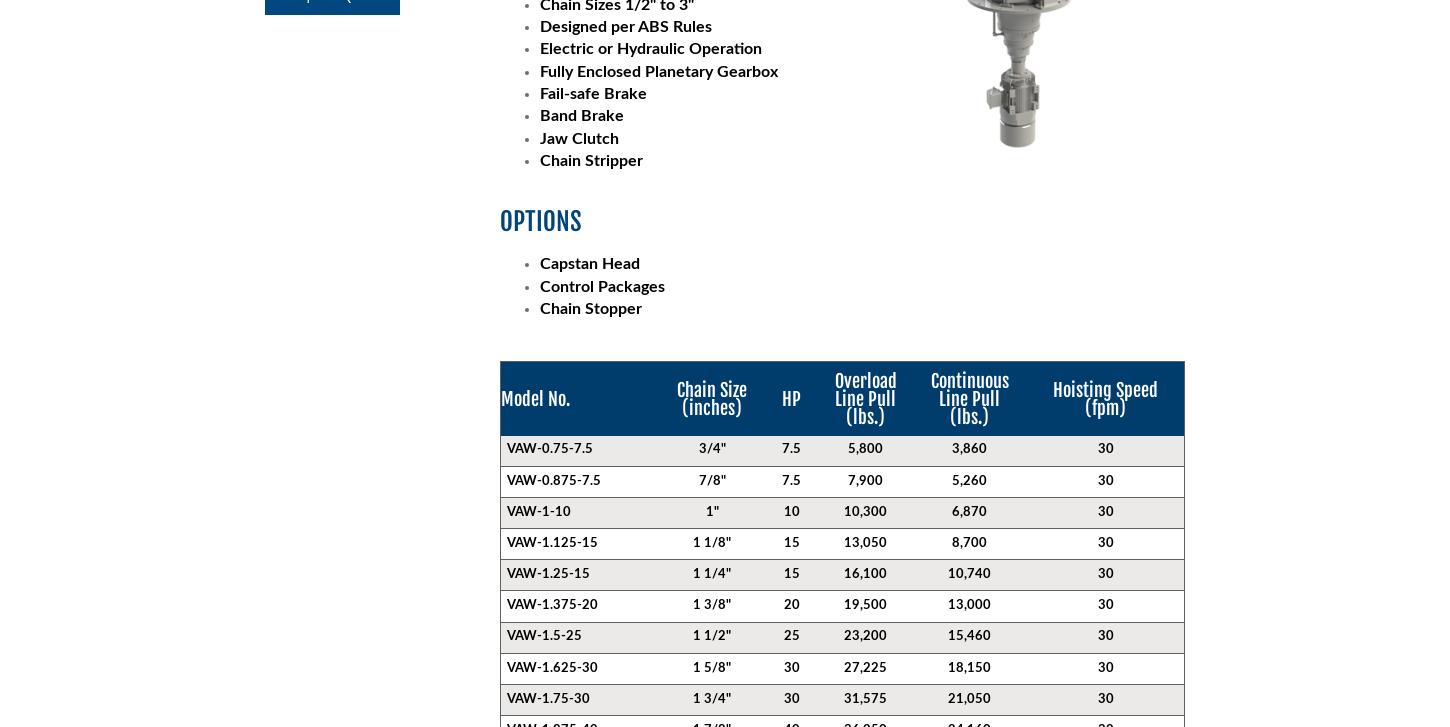 Image resolution: width=1450 pixels, height=727 pixels. Describe the element at coordinates (790, 604) in the screenshot. I see `'20'` at that location.